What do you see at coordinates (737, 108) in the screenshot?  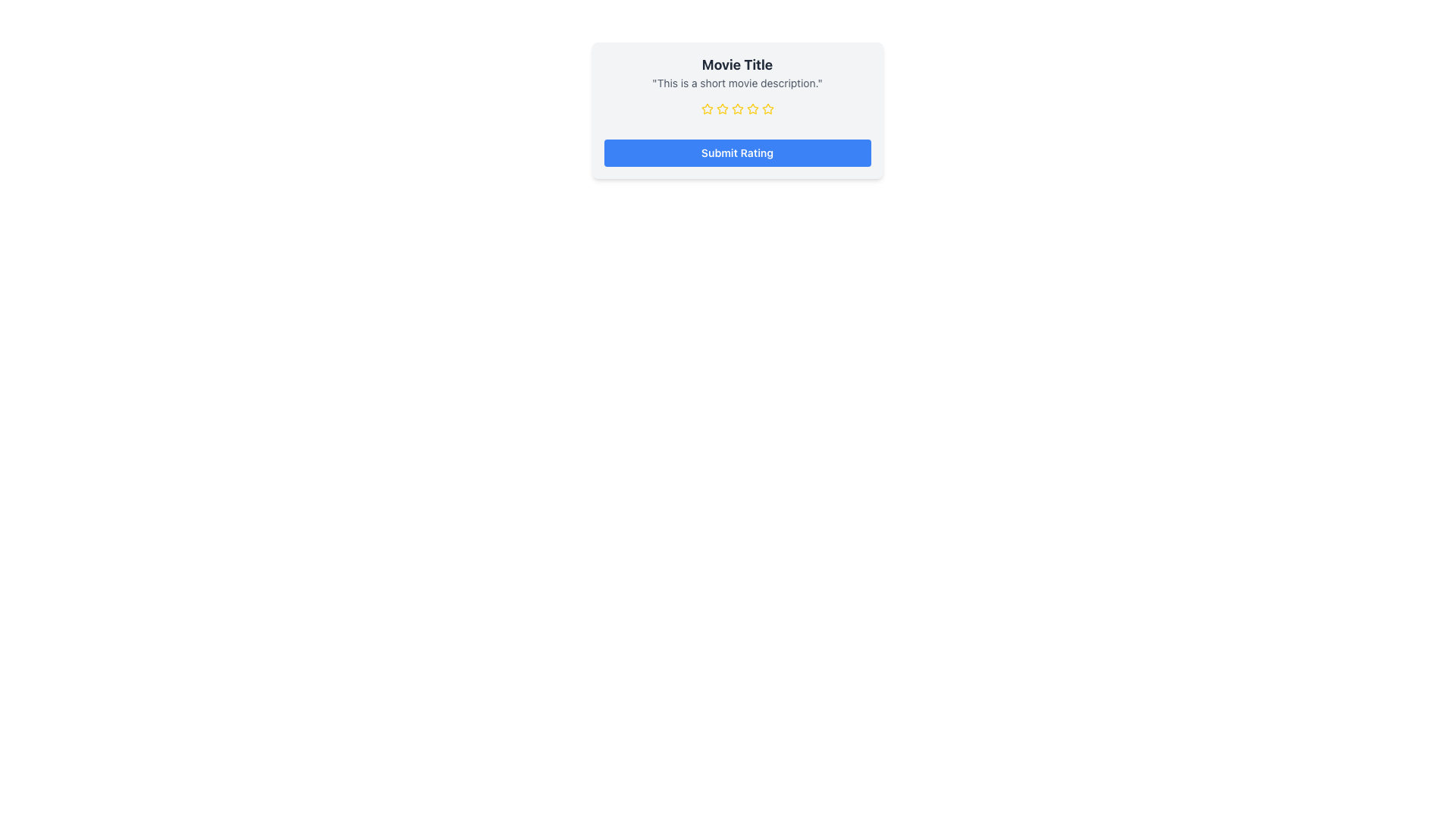 I see `the star icon in the rating bar located below the movie description` at bounding box center [737, 108].